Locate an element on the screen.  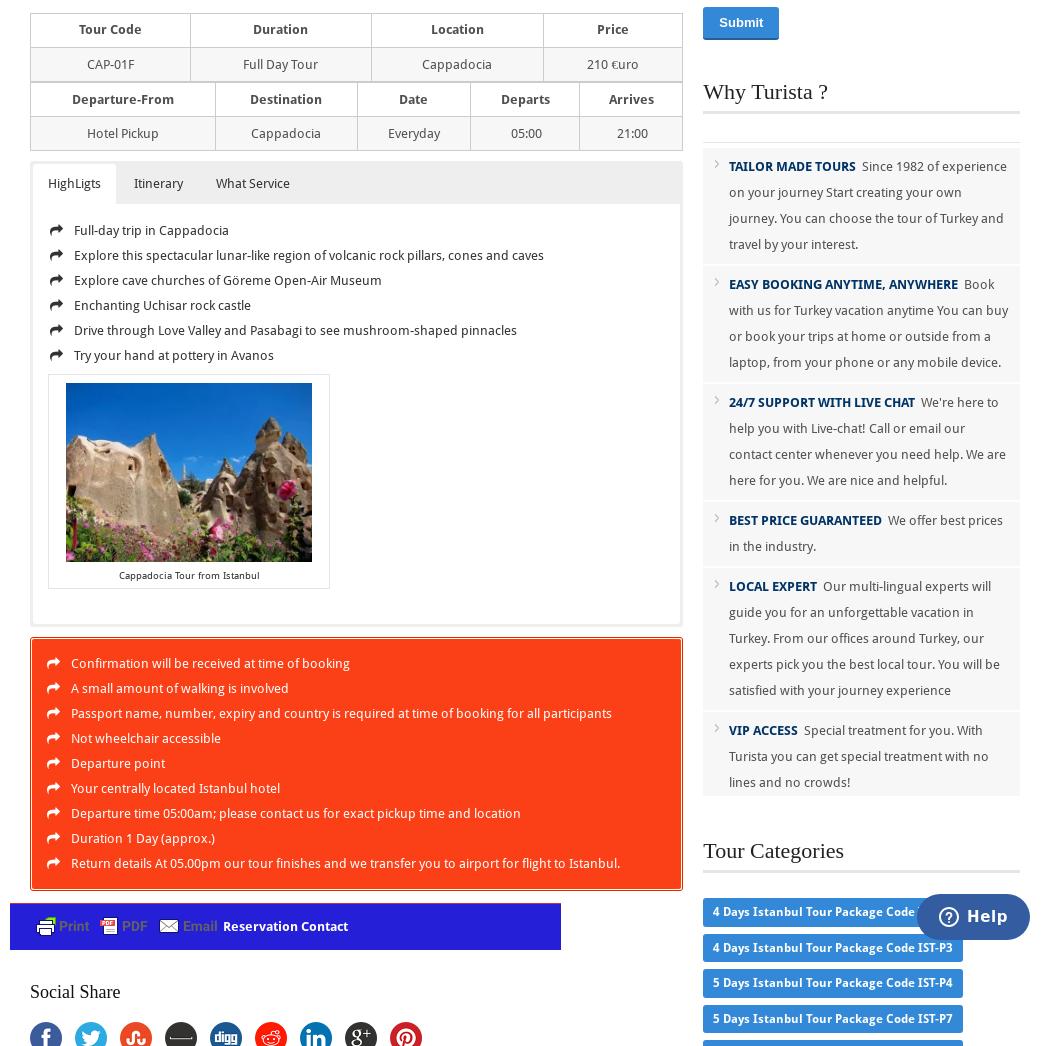
'Our multi-lingual experts will guide you for an unforgettable vacation in Turkey. From our offices around Turkey, our experts pick you the best local tour. You will be satisfied with your journey experience' is located at coordinates (728, 637).